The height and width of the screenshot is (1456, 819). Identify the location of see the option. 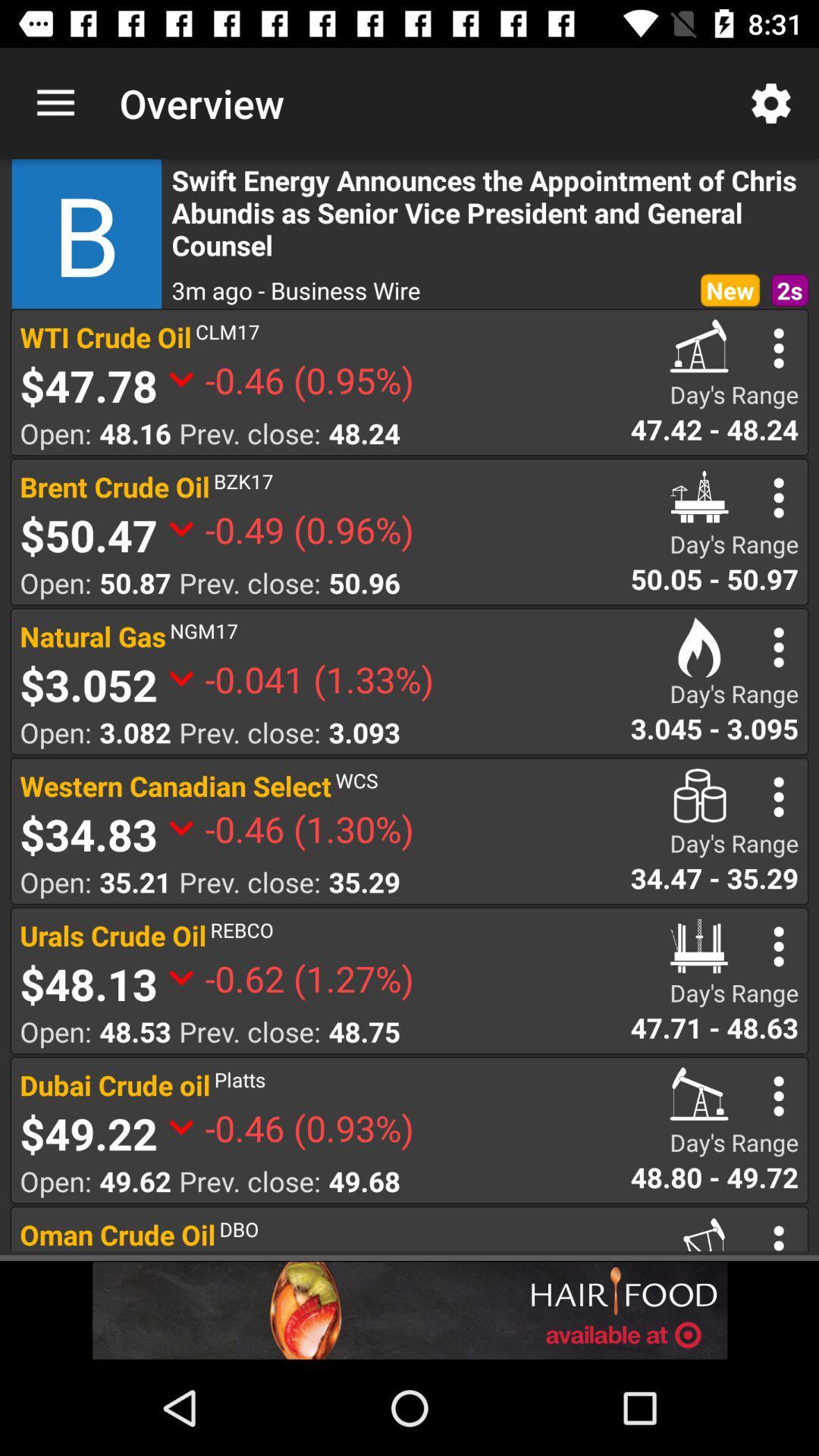
(779, 647).